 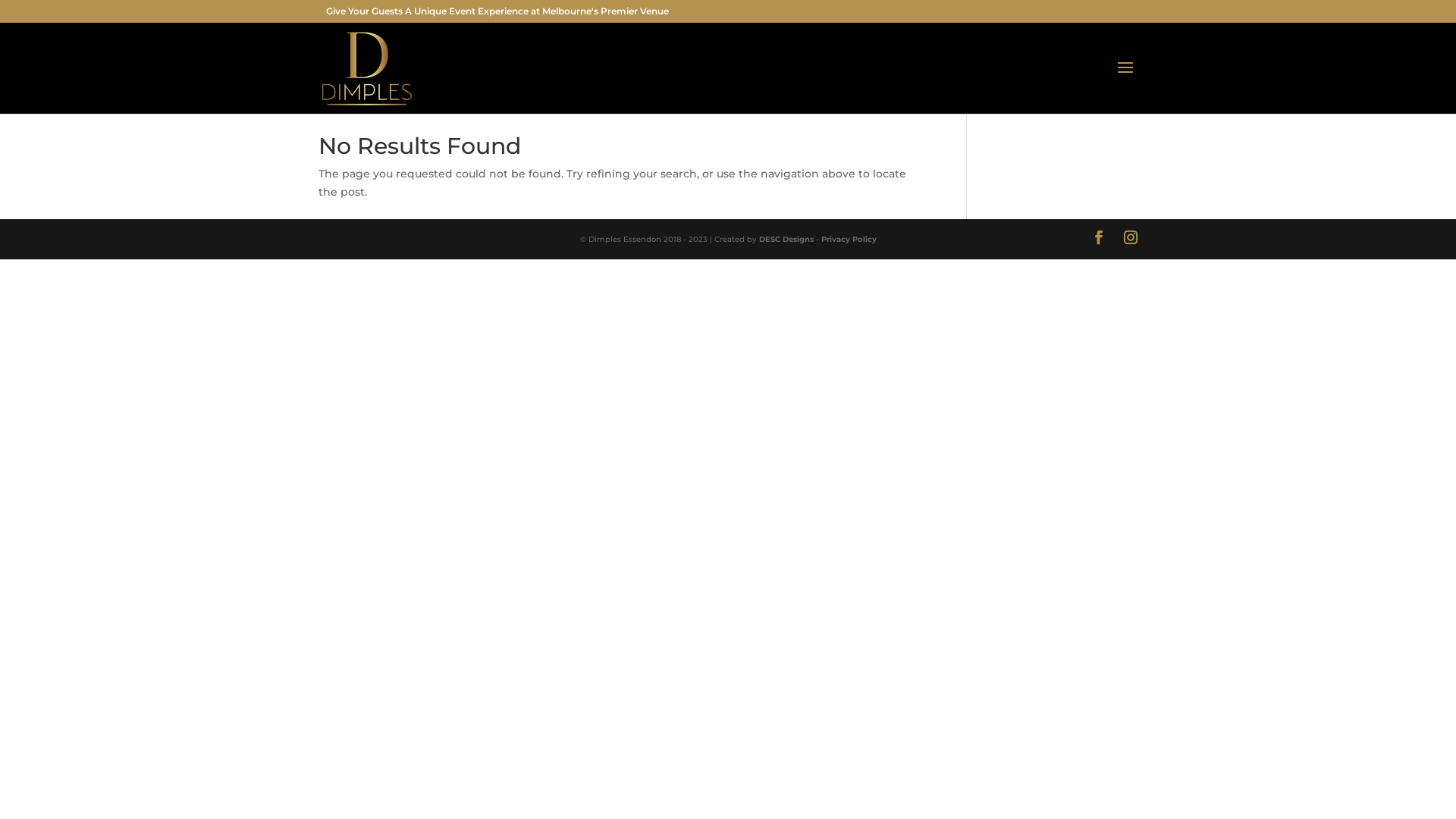 What do you see at coordinates (758, 239) in the screenshot?
I see `'DESC Designs'` at bounding box center [758, 239].